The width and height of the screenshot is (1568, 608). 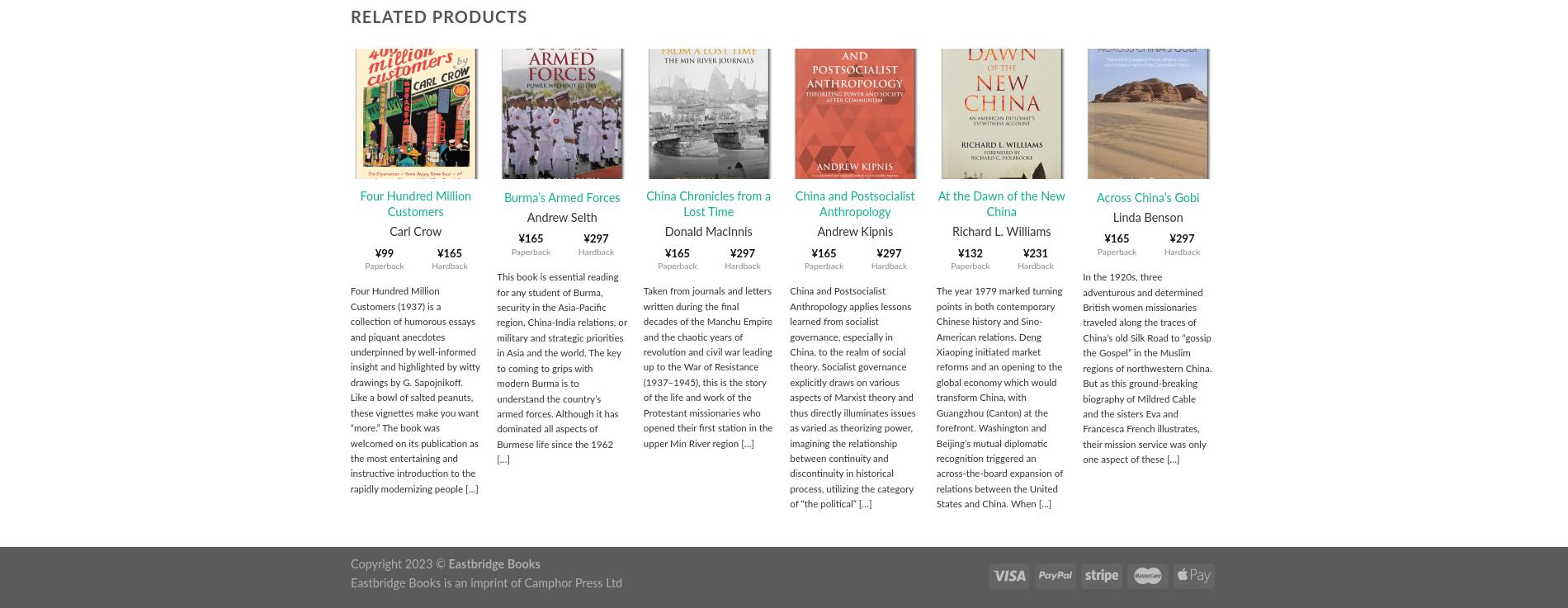 I want to click on 'Copyright 2023 ©', so click(x=399, y=563).